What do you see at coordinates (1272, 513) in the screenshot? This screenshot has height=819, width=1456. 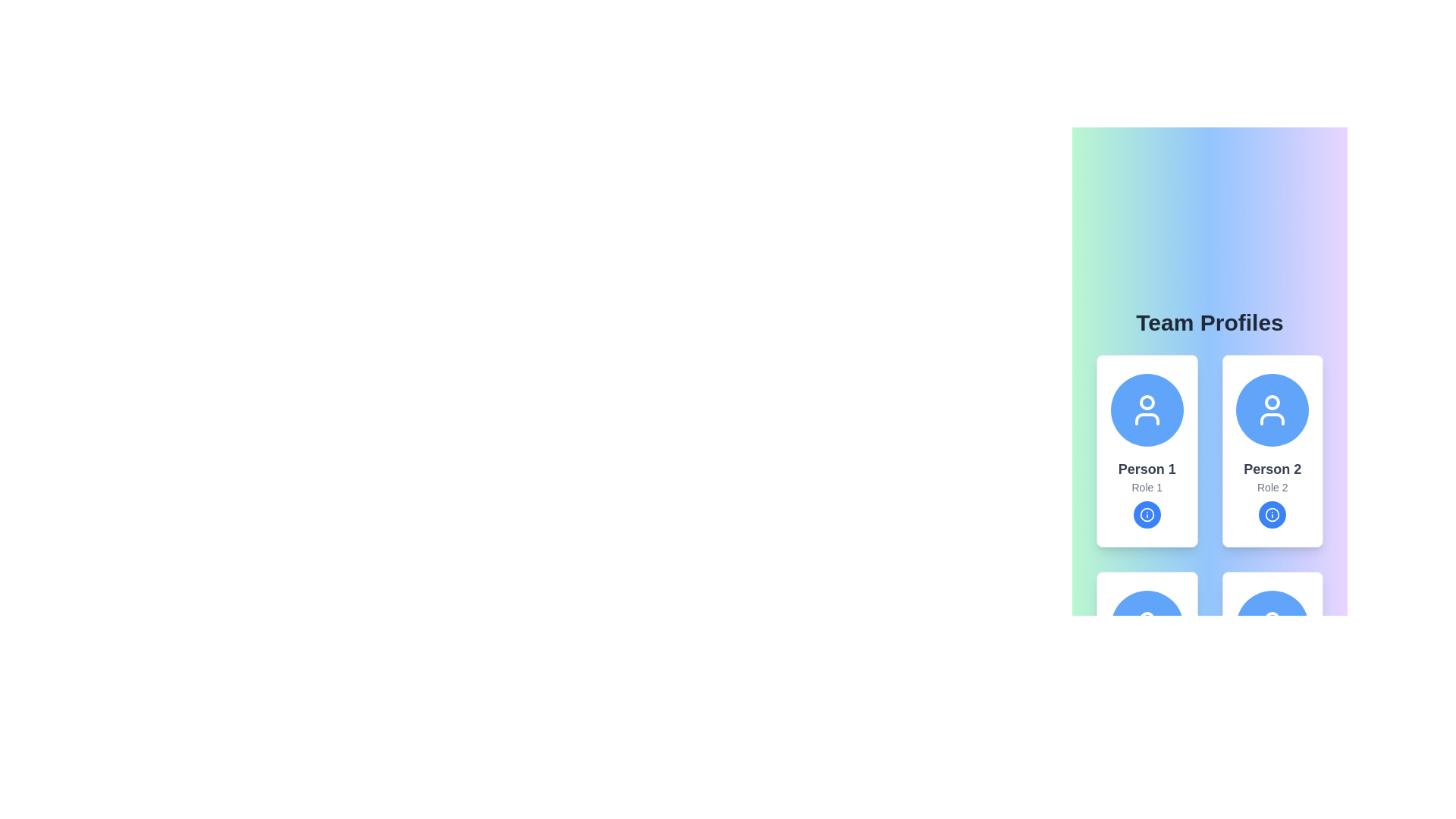 I see `the icon located at the bottom of the second card in the second column of the 'Team Profiles' grid, below the text 'Person 2 Role 2'` at bounding box center [1272, 513].